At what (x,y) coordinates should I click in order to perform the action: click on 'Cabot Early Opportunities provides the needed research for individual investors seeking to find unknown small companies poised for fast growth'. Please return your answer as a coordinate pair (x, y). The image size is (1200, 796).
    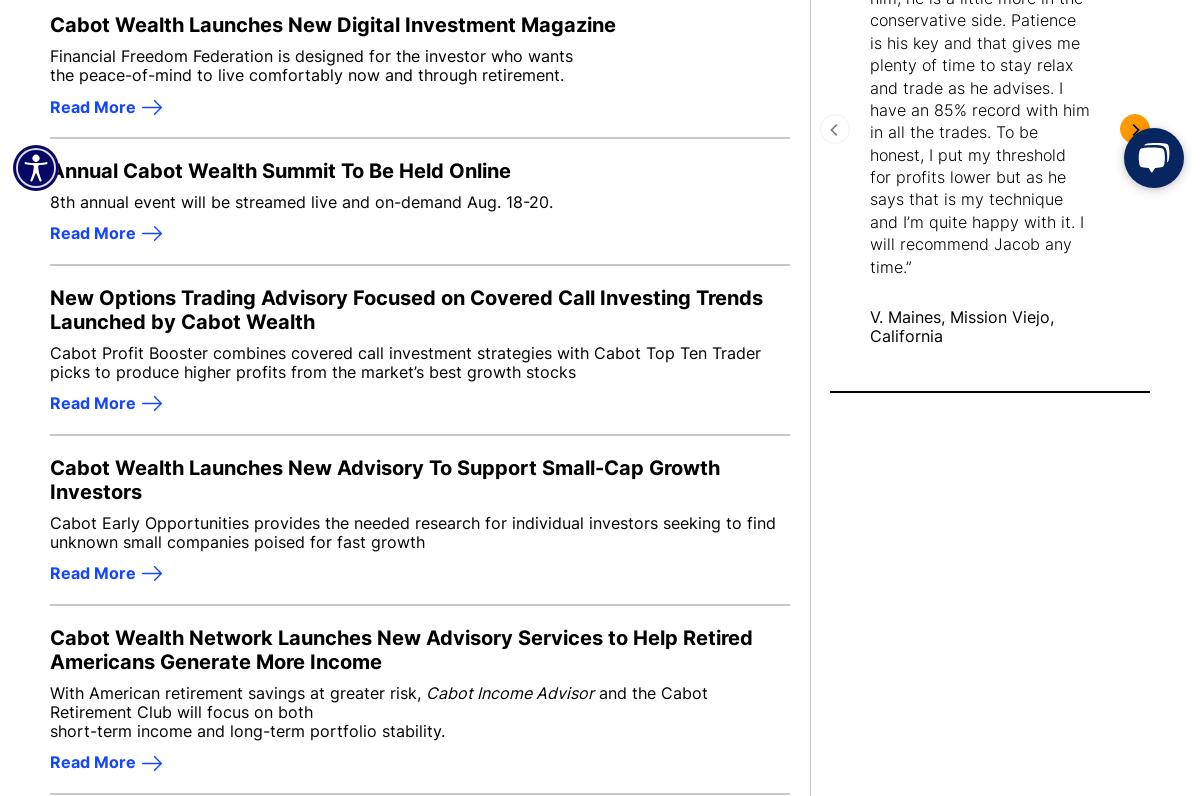
    Looking at the image, I should click on (50, 530).